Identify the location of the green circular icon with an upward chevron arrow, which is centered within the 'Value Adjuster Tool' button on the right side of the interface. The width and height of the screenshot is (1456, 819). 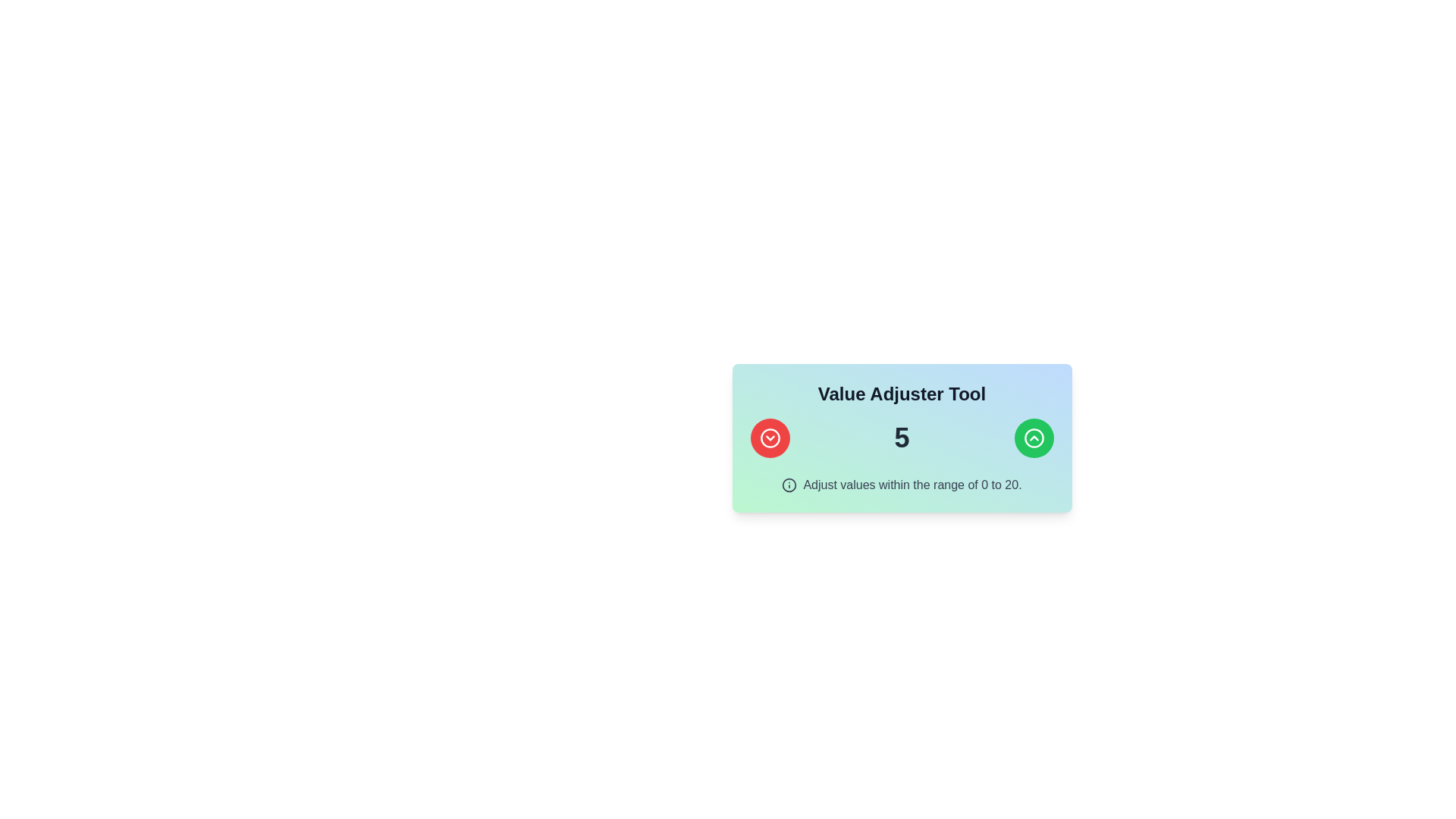
(1033, 438).